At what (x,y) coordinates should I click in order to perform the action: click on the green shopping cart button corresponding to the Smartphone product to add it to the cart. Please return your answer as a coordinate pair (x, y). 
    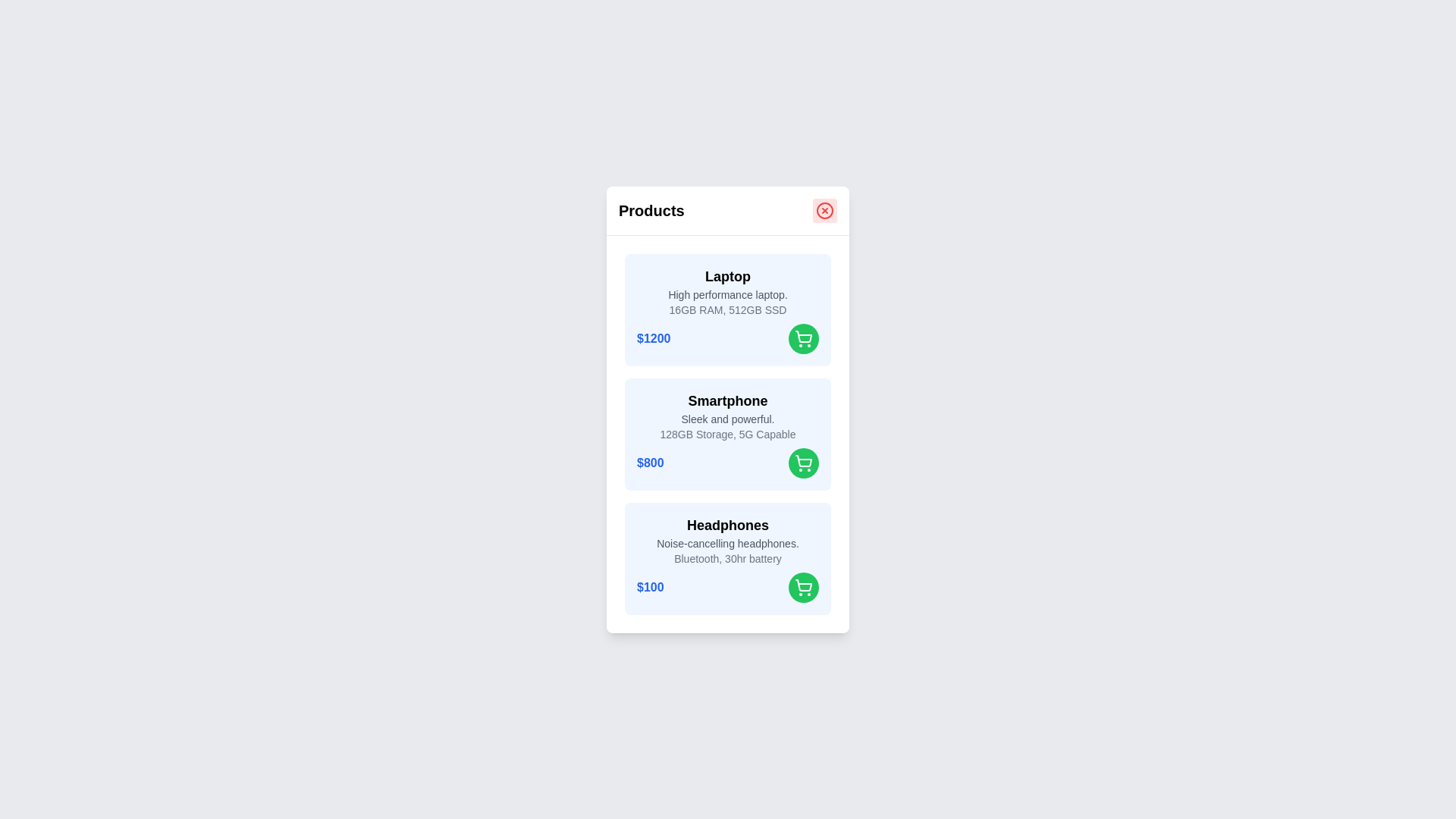
    Looking at the image, I should click on (803, 462).